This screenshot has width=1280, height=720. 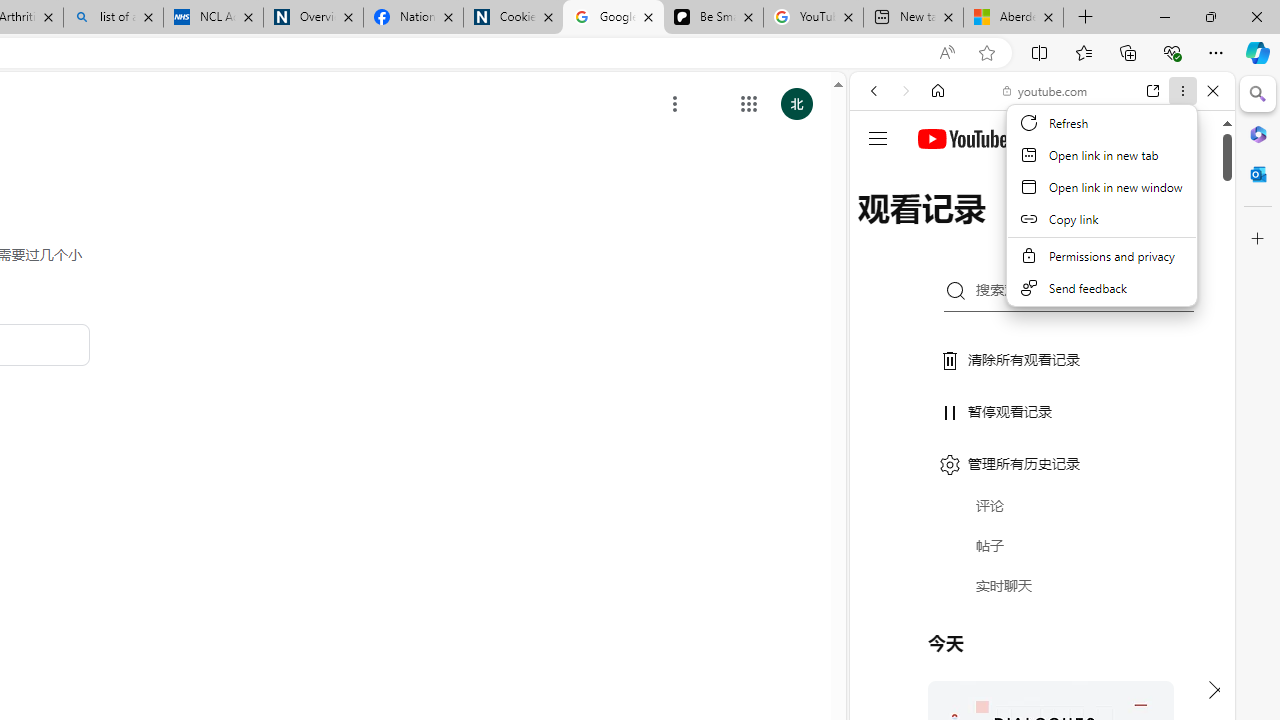 I want to click on 'youtube.com', so click(x=1045, y=91).